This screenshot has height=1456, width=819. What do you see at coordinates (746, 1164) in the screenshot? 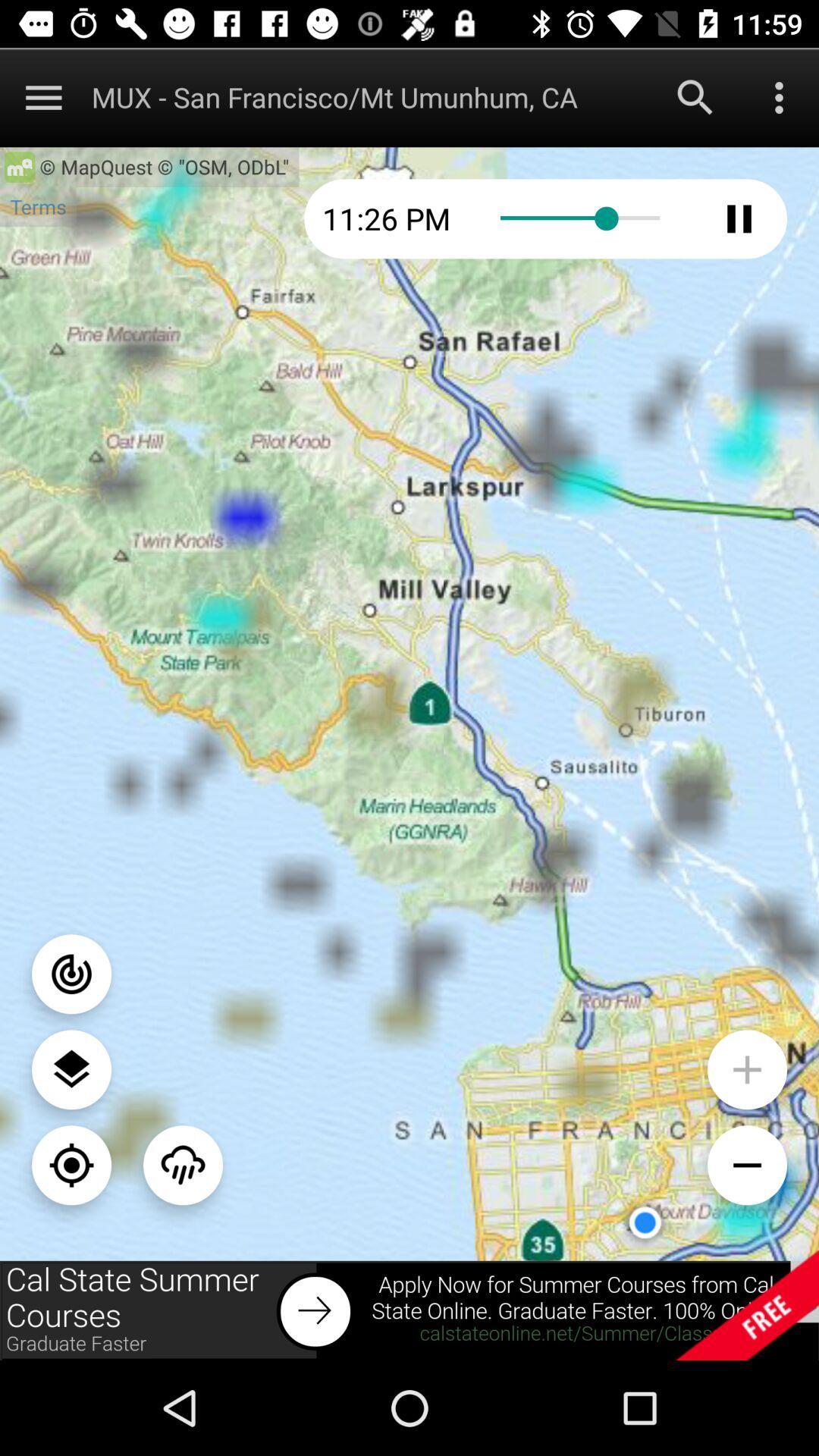
I see `zoom out` at bounding box center [746, 1164].